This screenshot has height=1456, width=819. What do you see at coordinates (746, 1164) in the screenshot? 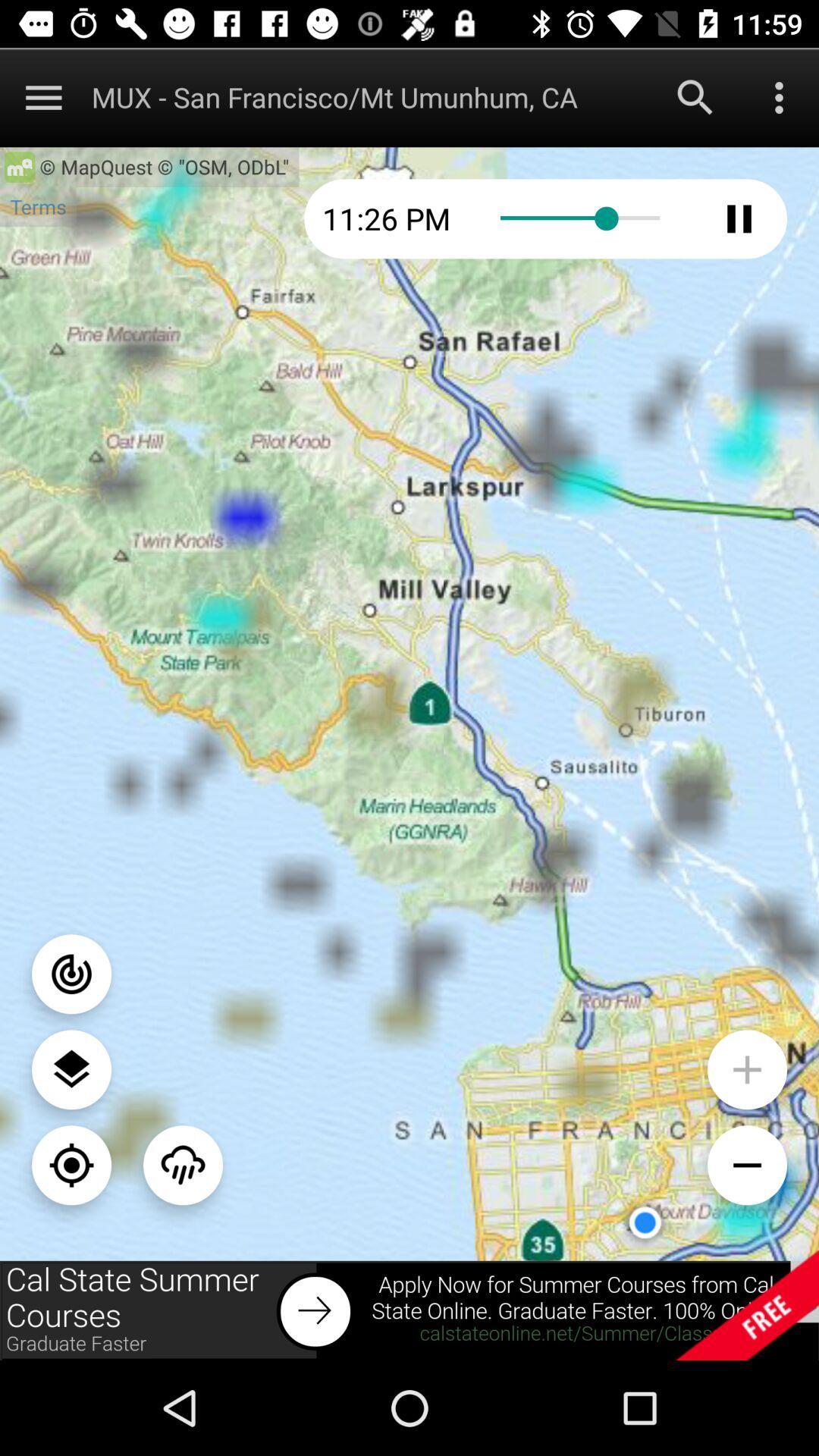
I see `zoom out` at bounding box center [746, 1164].